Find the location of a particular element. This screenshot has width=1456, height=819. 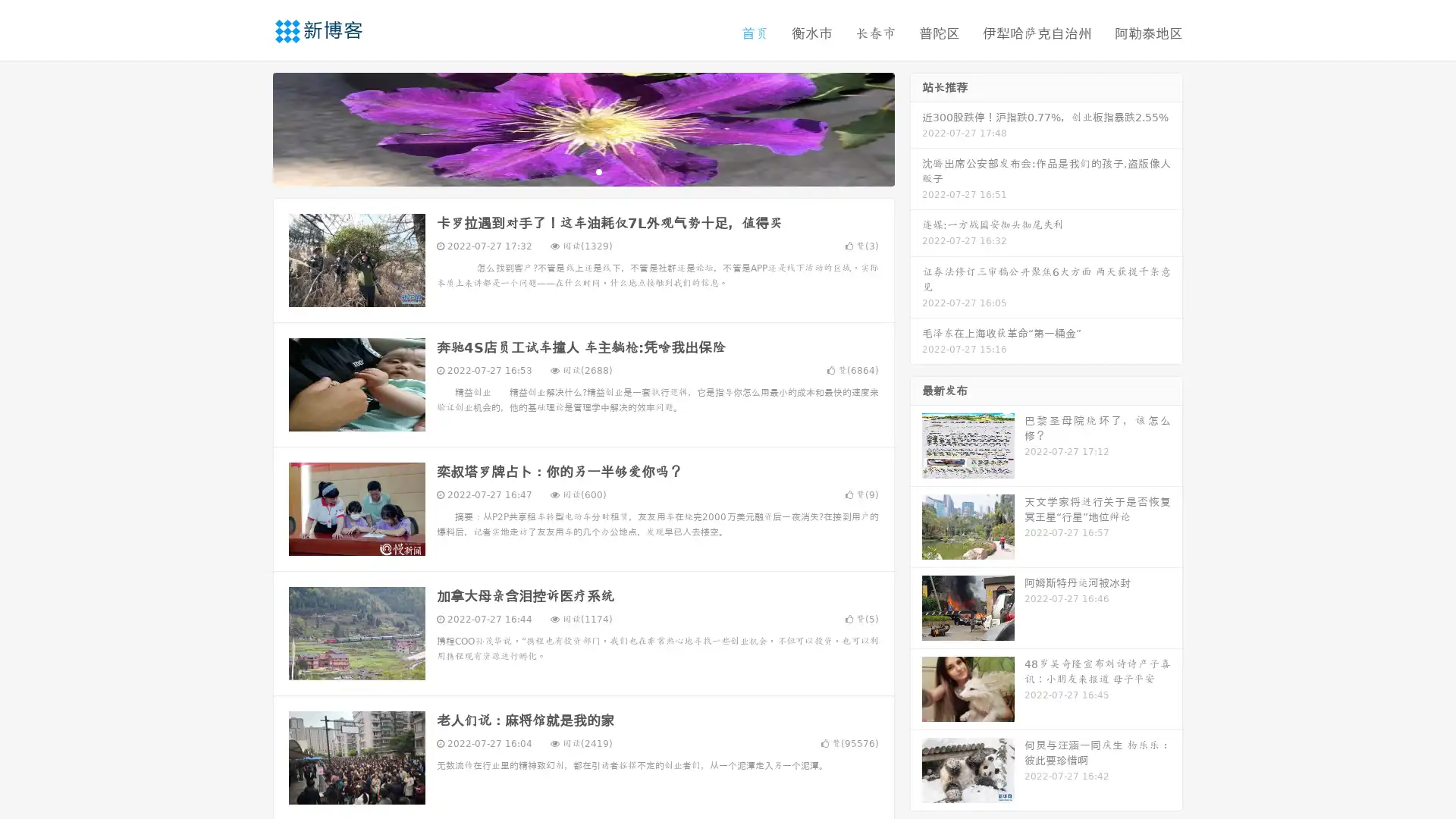

Go to slide 1 is located at coordinates (567, 171).